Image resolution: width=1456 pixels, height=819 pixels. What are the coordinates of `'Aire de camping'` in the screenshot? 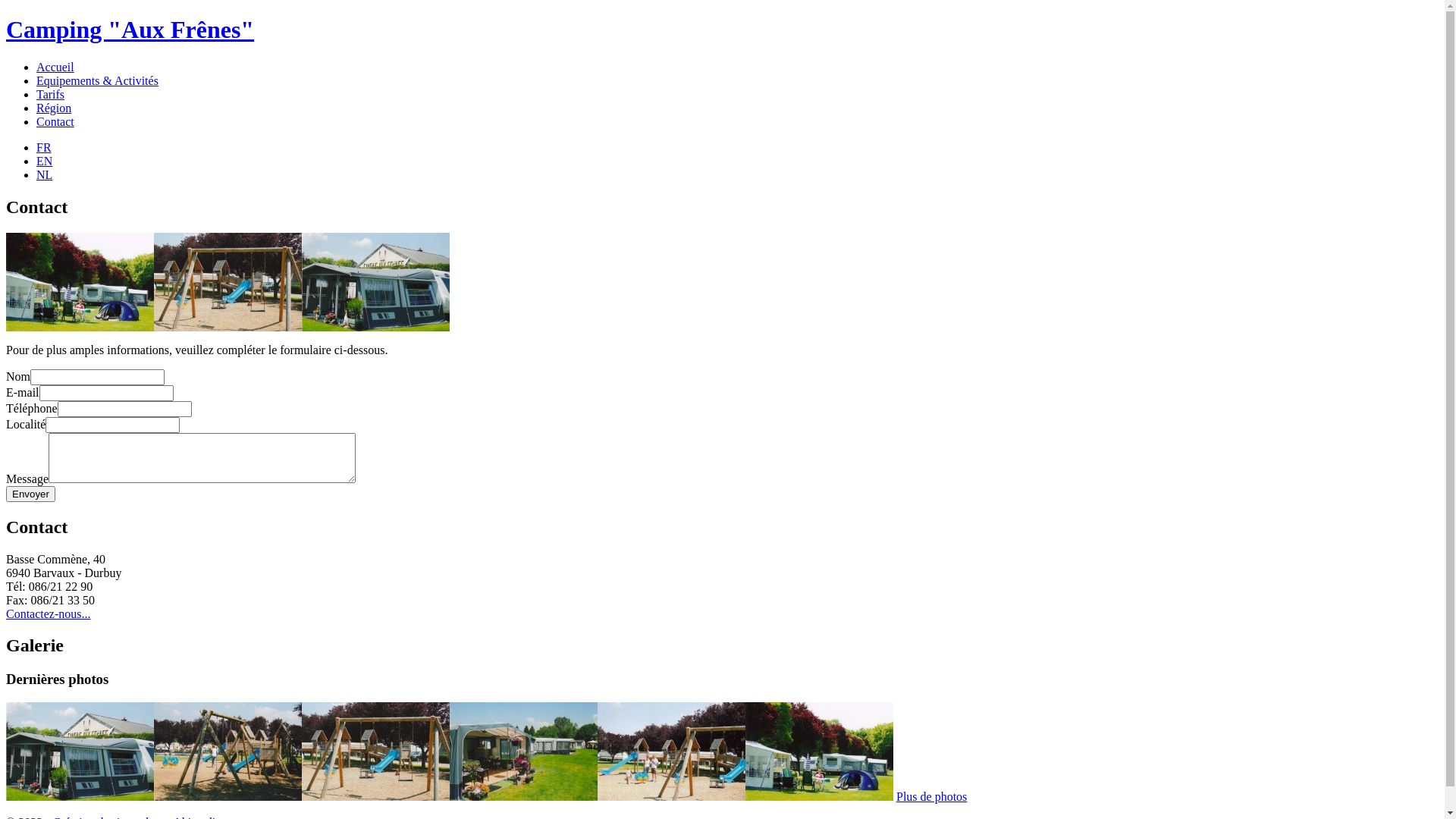 It's located at (375, 326).